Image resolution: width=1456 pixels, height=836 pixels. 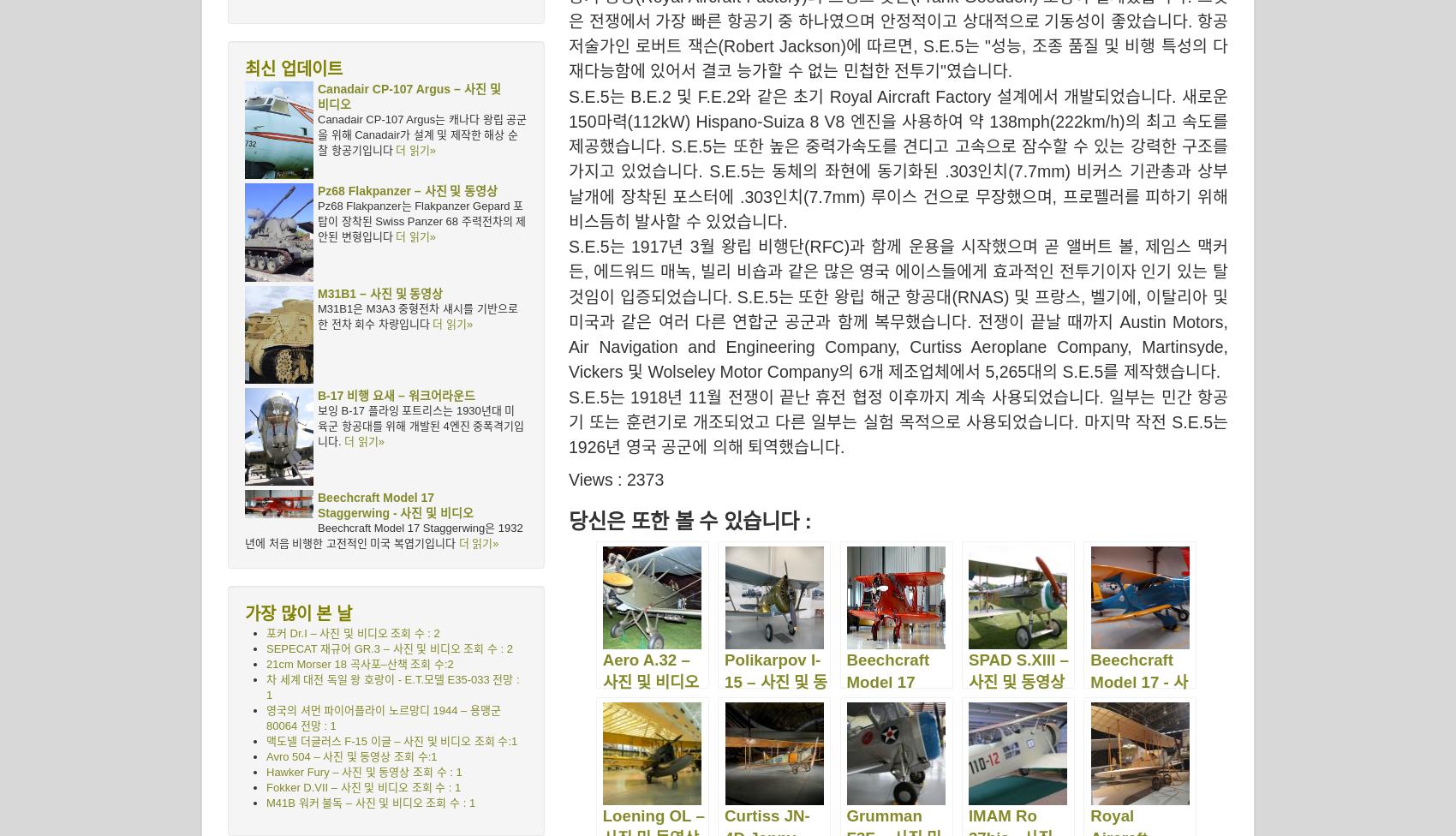 I want to click on 'M31B1 – 사진 및 동영상', so click(x=380, y=292).